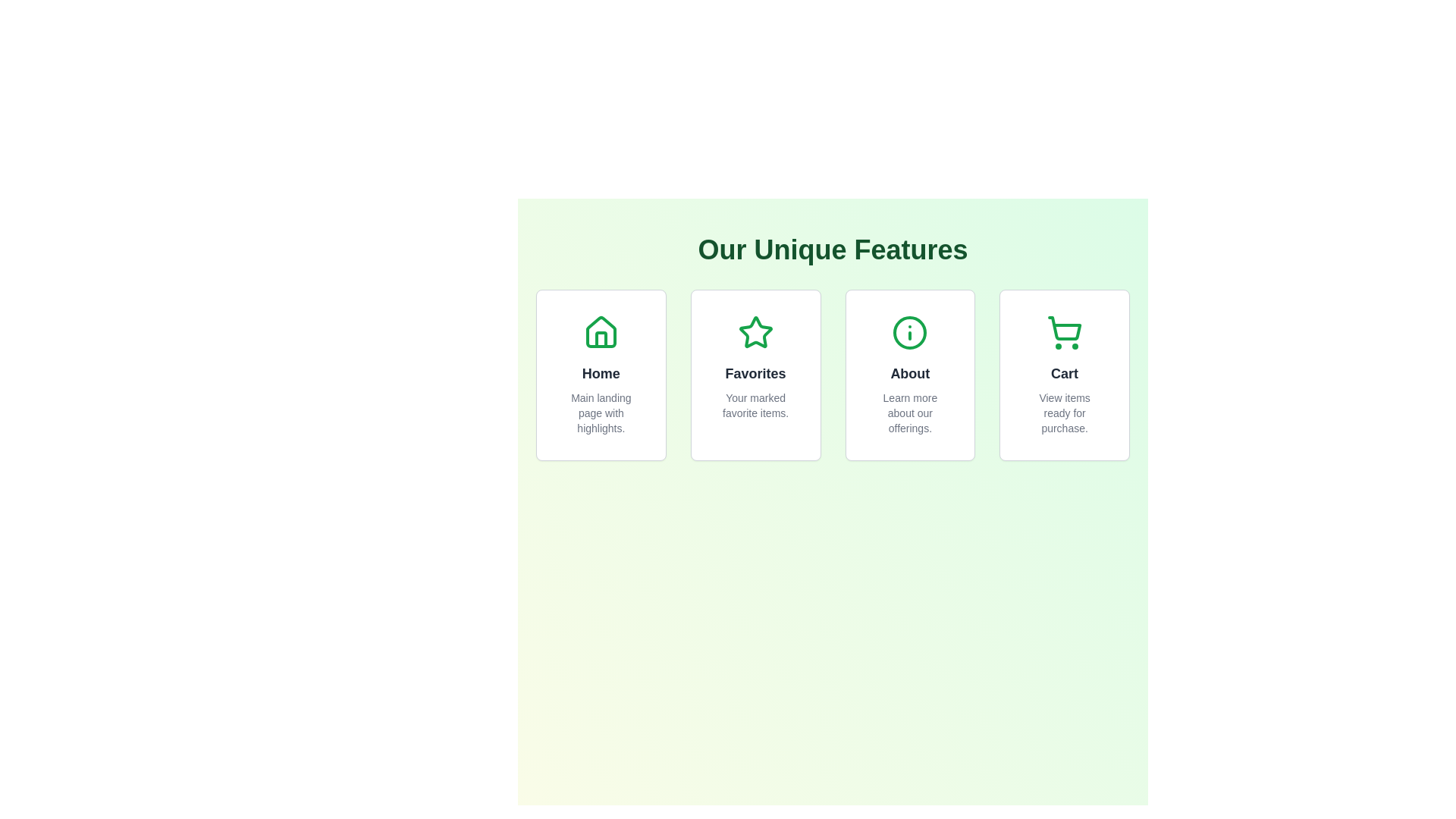 This screenshot has width=1456, height=819. Describe the element at coordinates (600, 338) in the screenshot. I see `the house icon in the top-left portion of the interface, which represents the 'Home' feature` at that location.